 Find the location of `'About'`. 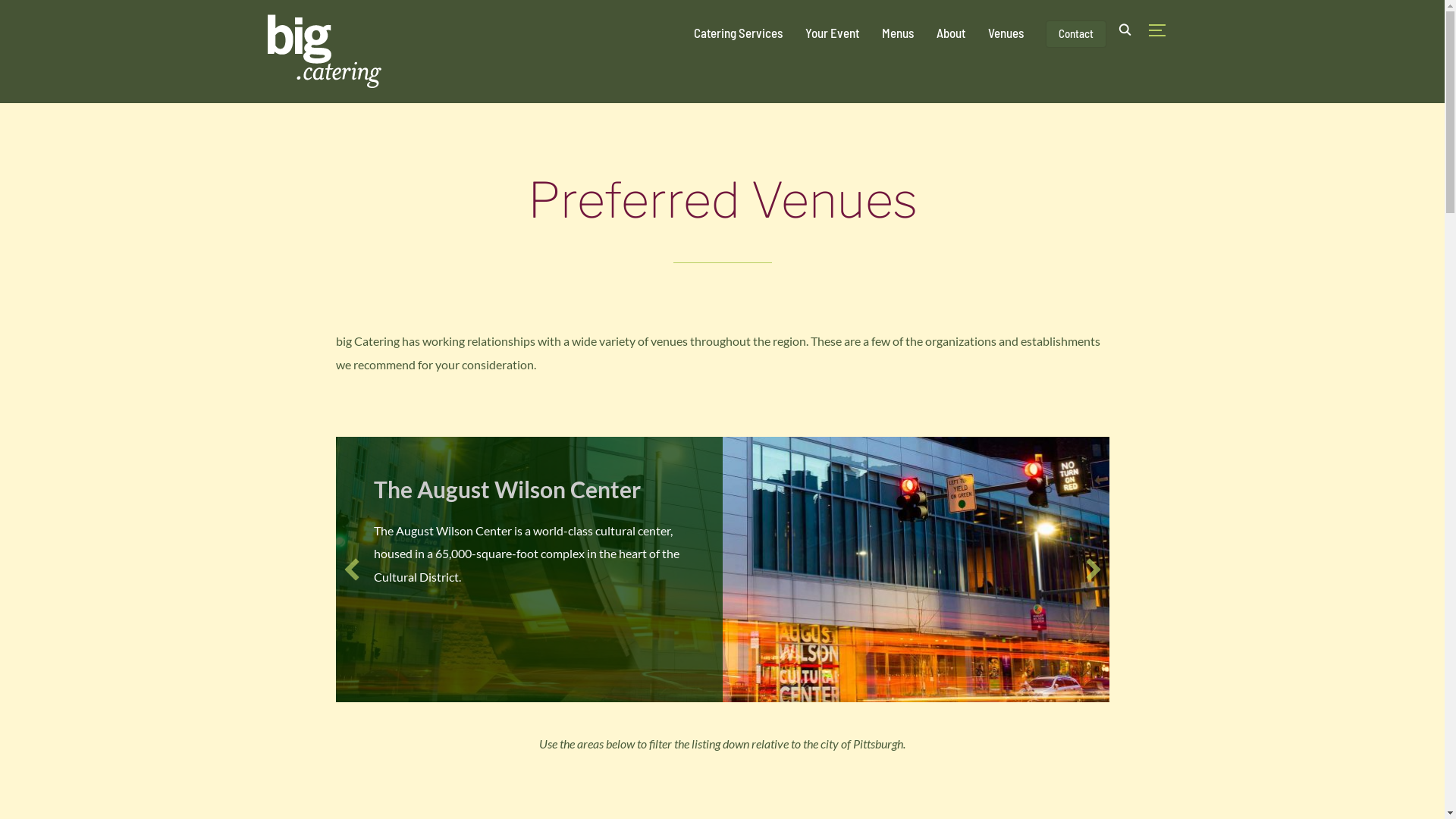

'About' is located at coordinates (934, 32).